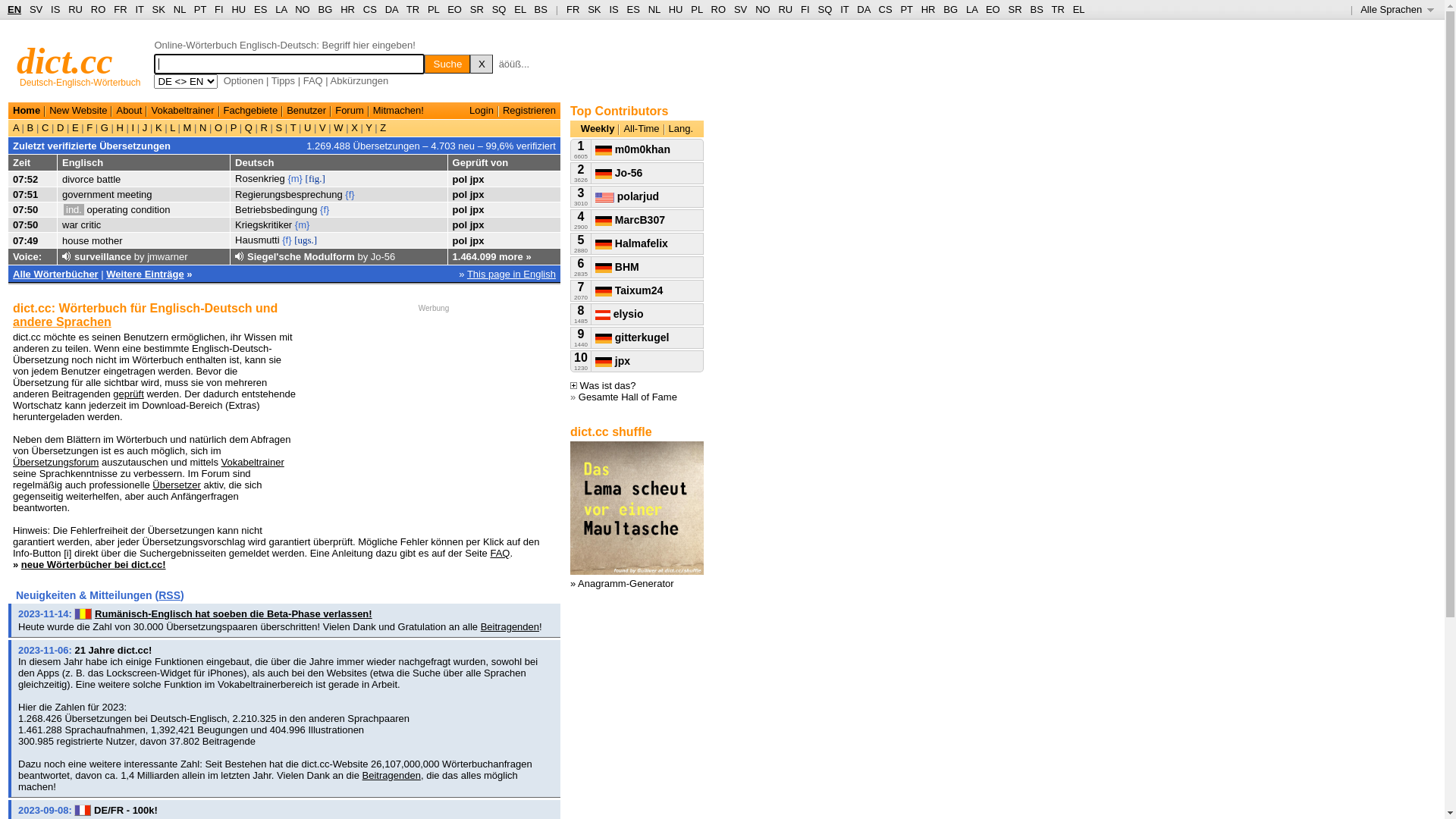 The height and width of the screenshot is (819, 1456). Describe the element at coordinates (362, 127) in the screenshot. I see `'Y'` at that location.